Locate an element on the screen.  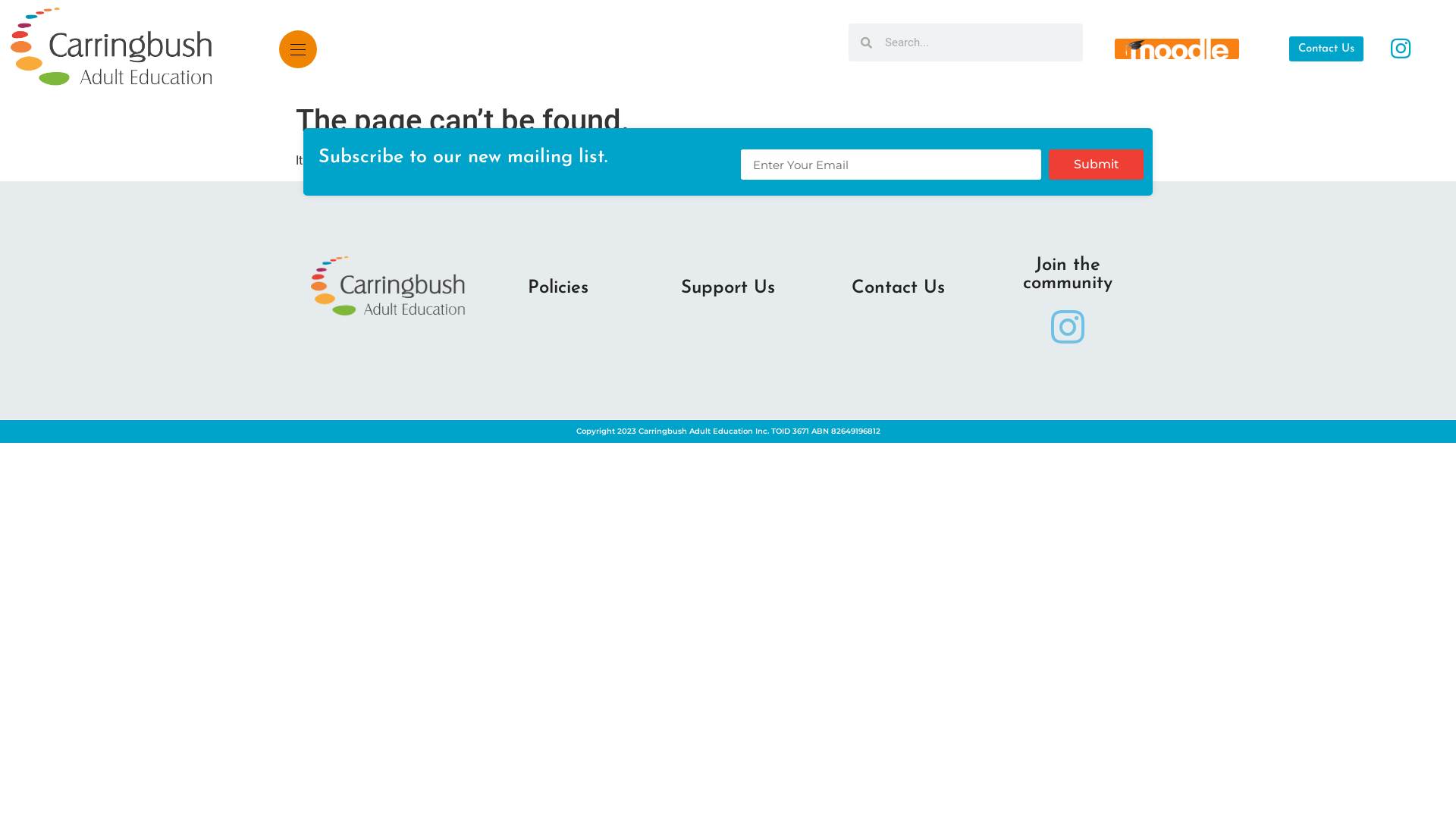
'Submit' is located at coordinates (1047, 164).